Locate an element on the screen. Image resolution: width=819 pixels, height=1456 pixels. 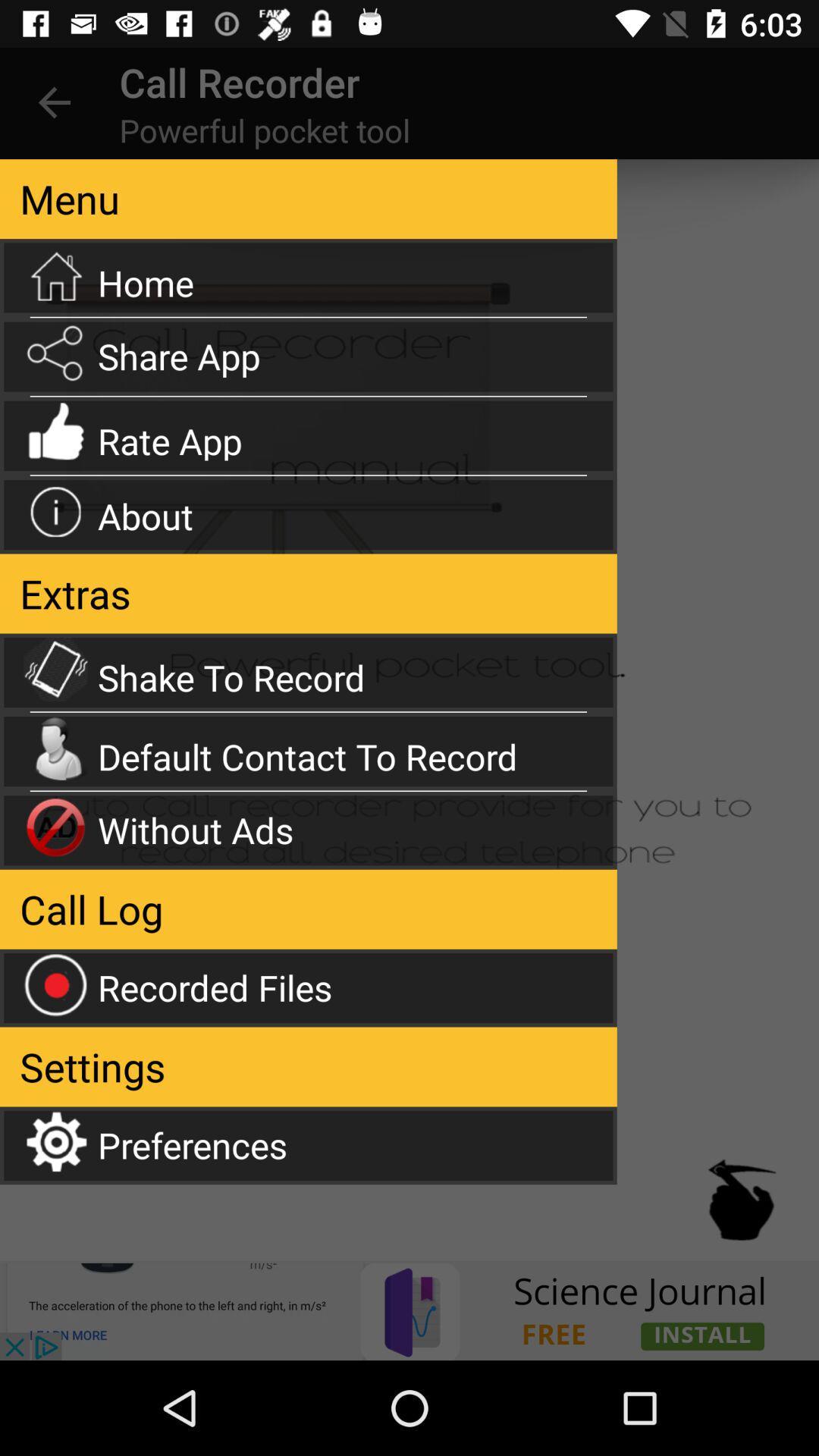
the item to the left of call recorder icon is located at coordinates (55, 102).